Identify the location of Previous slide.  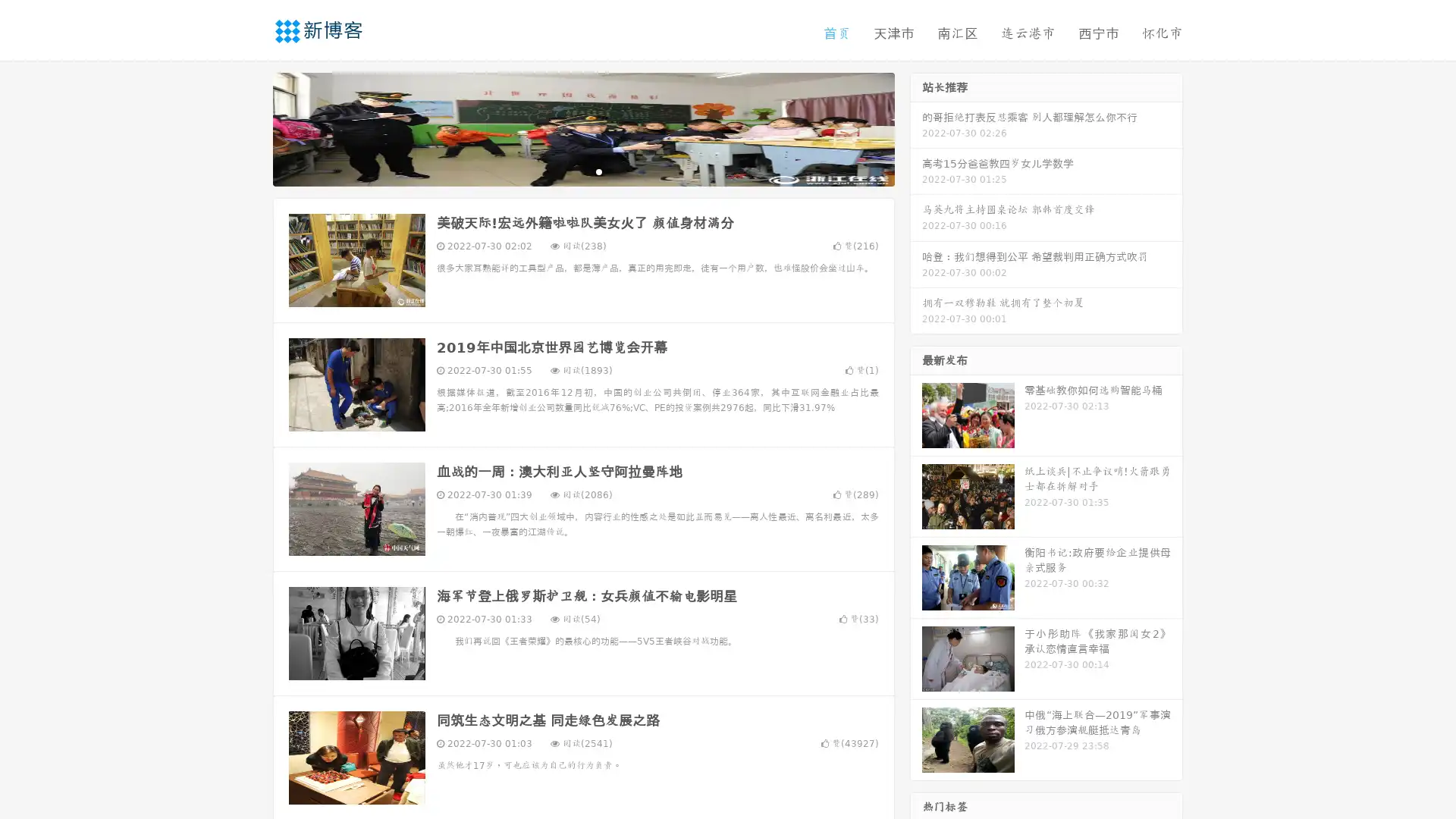
(250, 127).